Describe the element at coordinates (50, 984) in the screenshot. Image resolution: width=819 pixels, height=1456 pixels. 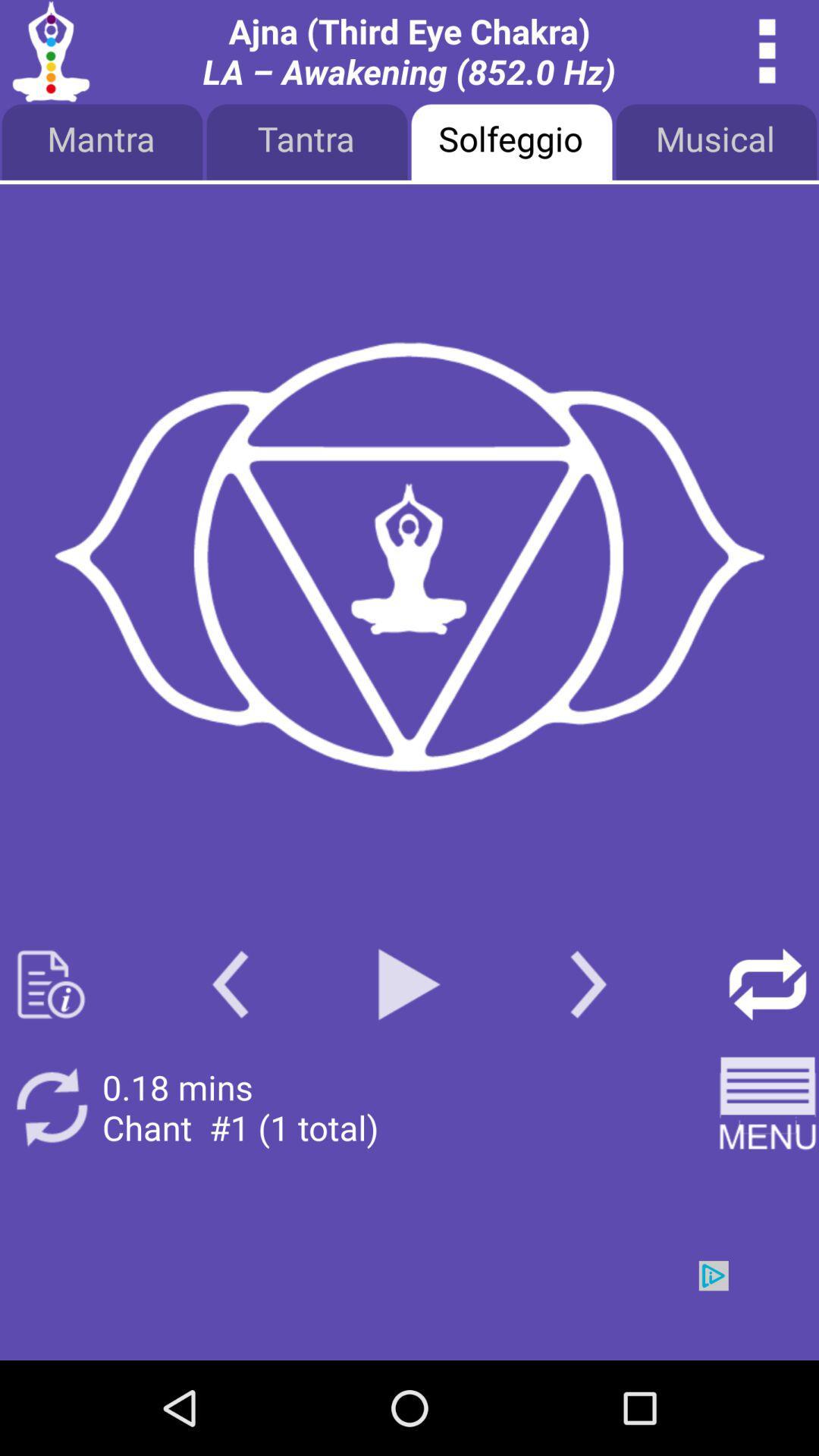
I see `book page` at that location.